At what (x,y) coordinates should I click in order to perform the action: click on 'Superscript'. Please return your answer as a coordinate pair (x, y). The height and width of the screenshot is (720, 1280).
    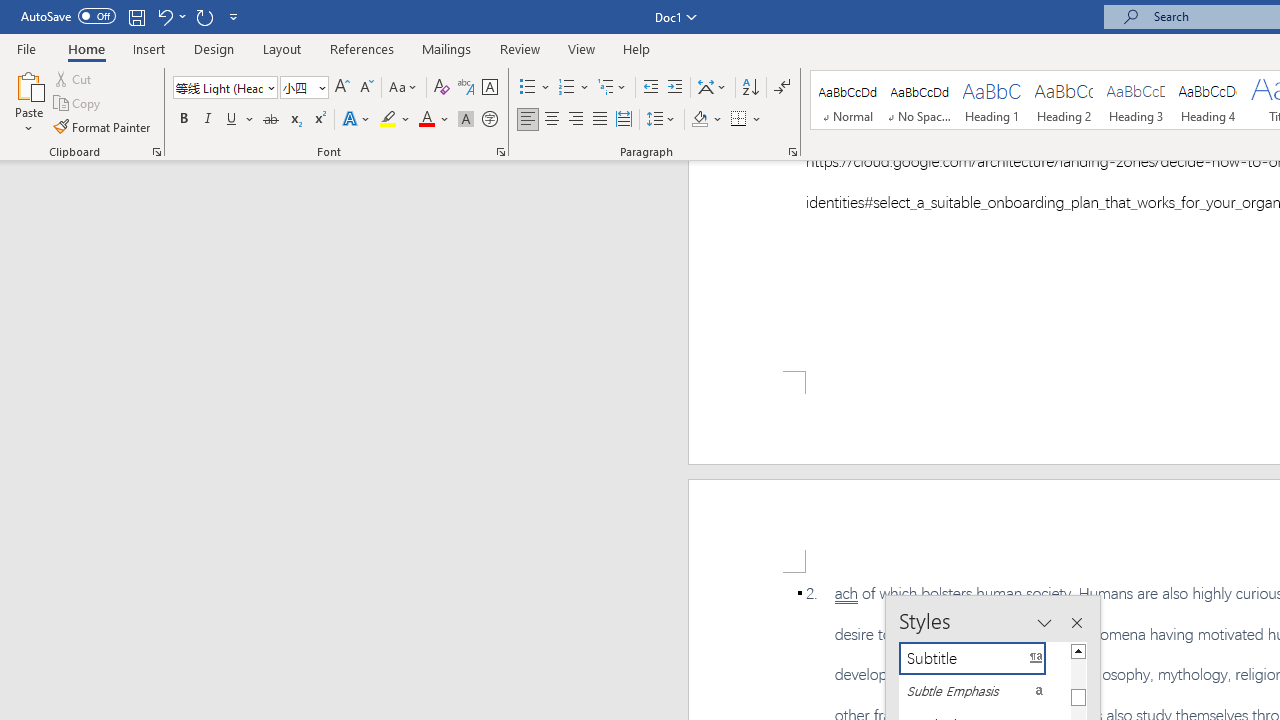
    Looking at the image, I should click on (318, 119).